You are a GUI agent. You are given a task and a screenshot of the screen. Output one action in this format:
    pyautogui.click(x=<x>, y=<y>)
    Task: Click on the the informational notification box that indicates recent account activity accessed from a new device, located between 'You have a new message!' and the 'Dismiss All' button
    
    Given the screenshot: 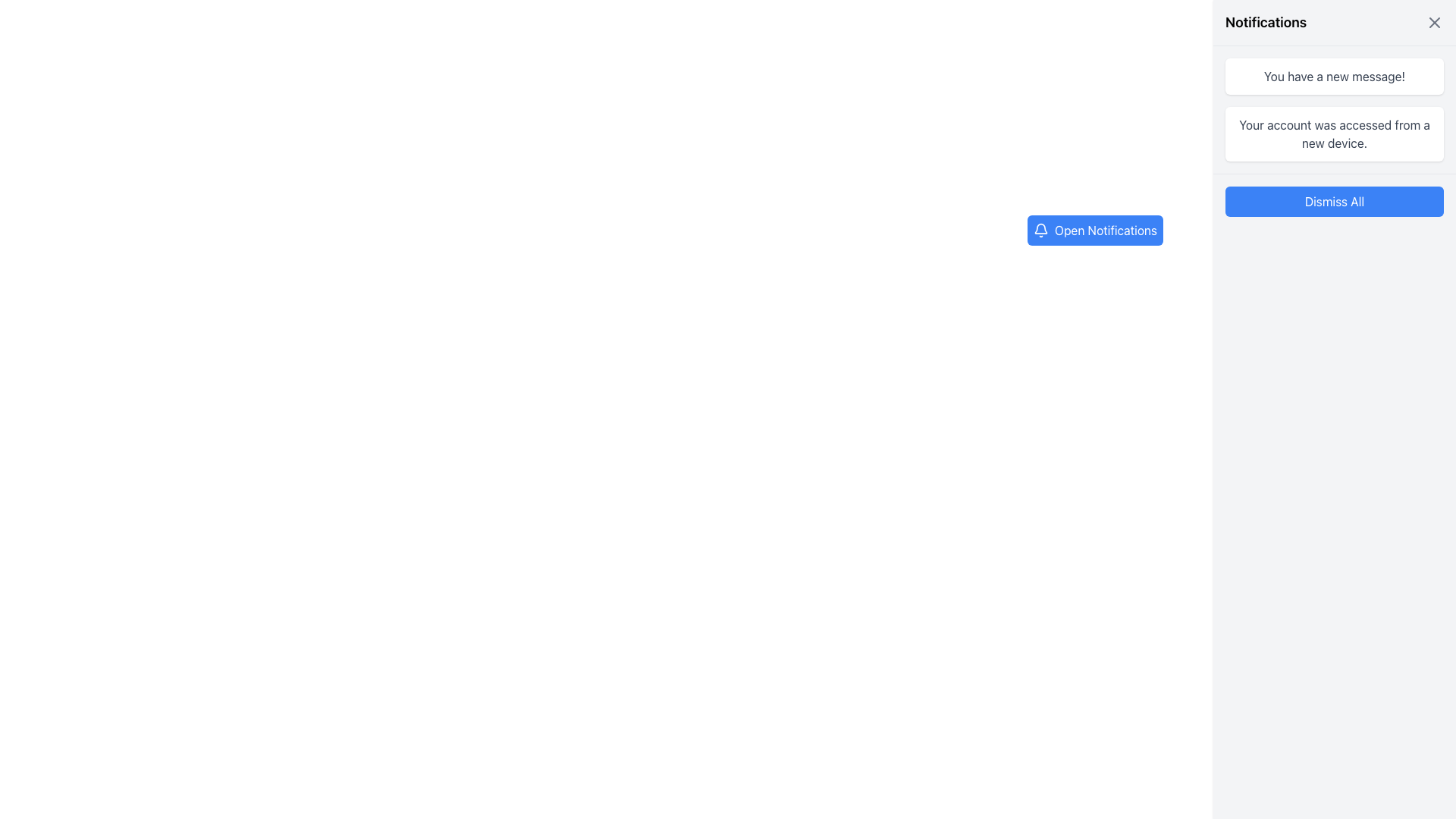 What is the action you would take?
    pyautogui.click(x=1335, y=133)
    